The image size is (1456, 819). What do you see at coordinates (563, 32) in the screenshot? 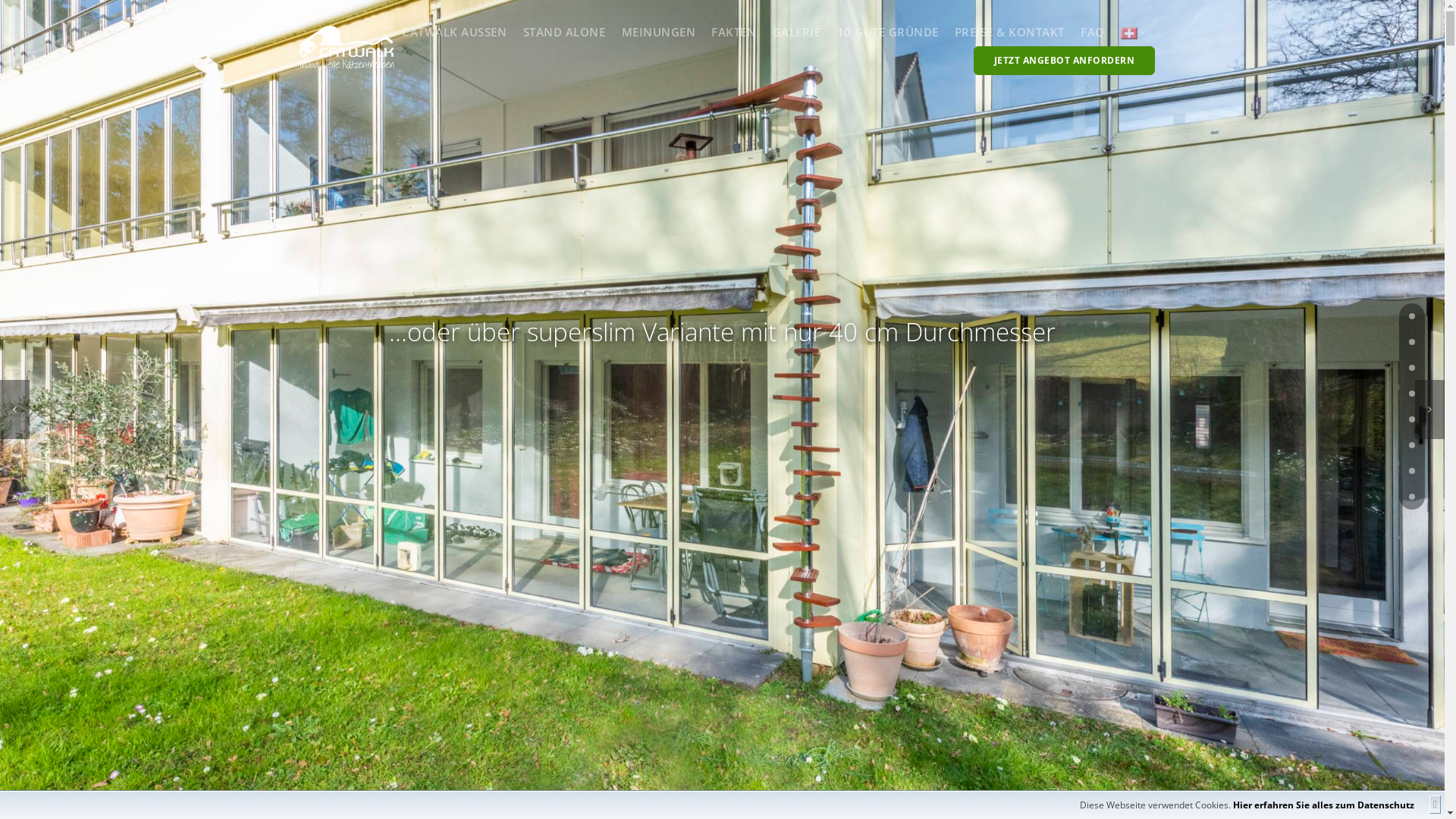
I see `'STAND ALONE'` at bounding box center [563, 32].